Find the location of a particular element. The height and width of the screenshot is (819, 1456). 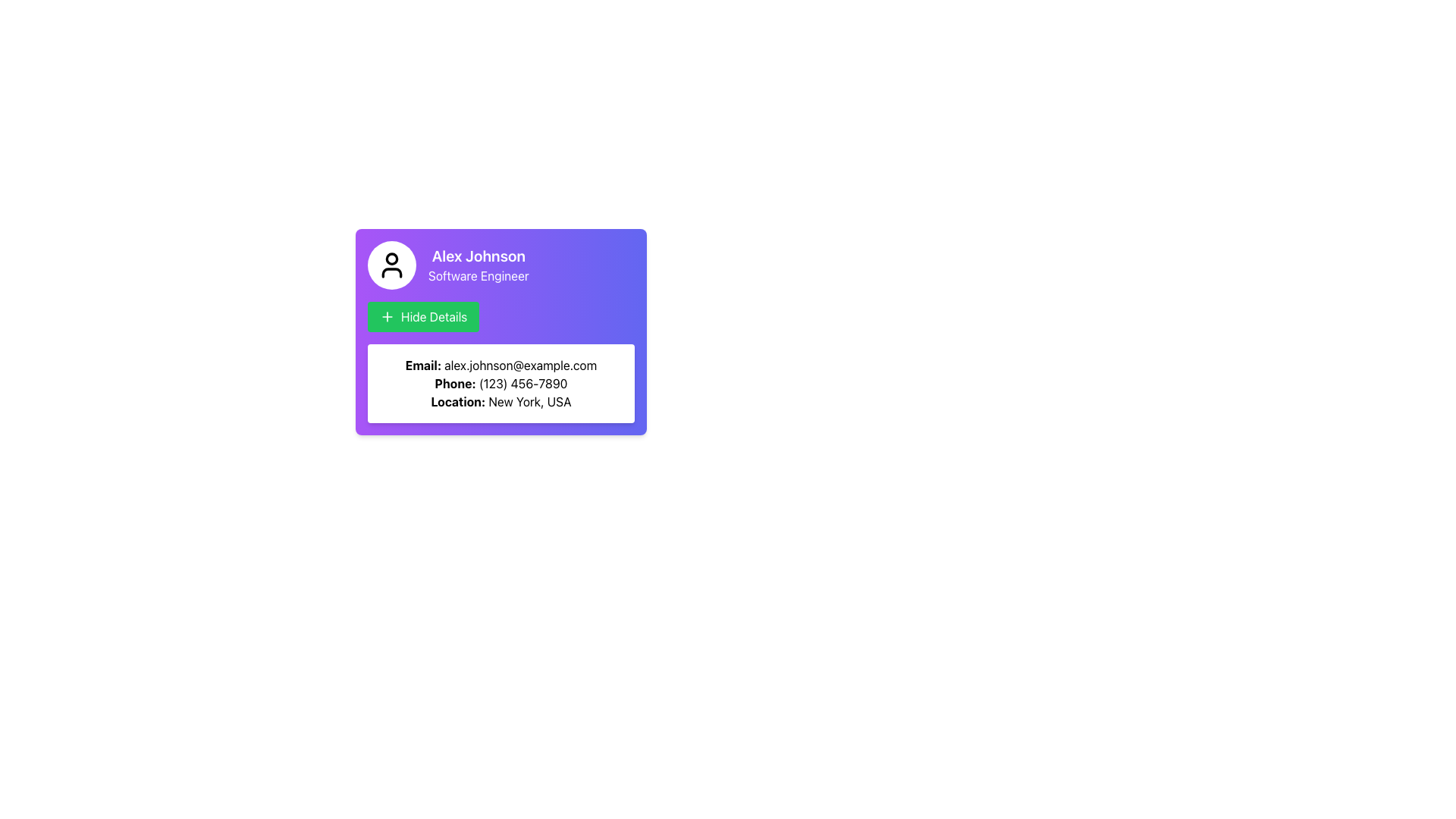

the plus sign icon located to the left of the 'Hide Details' text on the green button with rounded corners is located at coordinates (387, 315).